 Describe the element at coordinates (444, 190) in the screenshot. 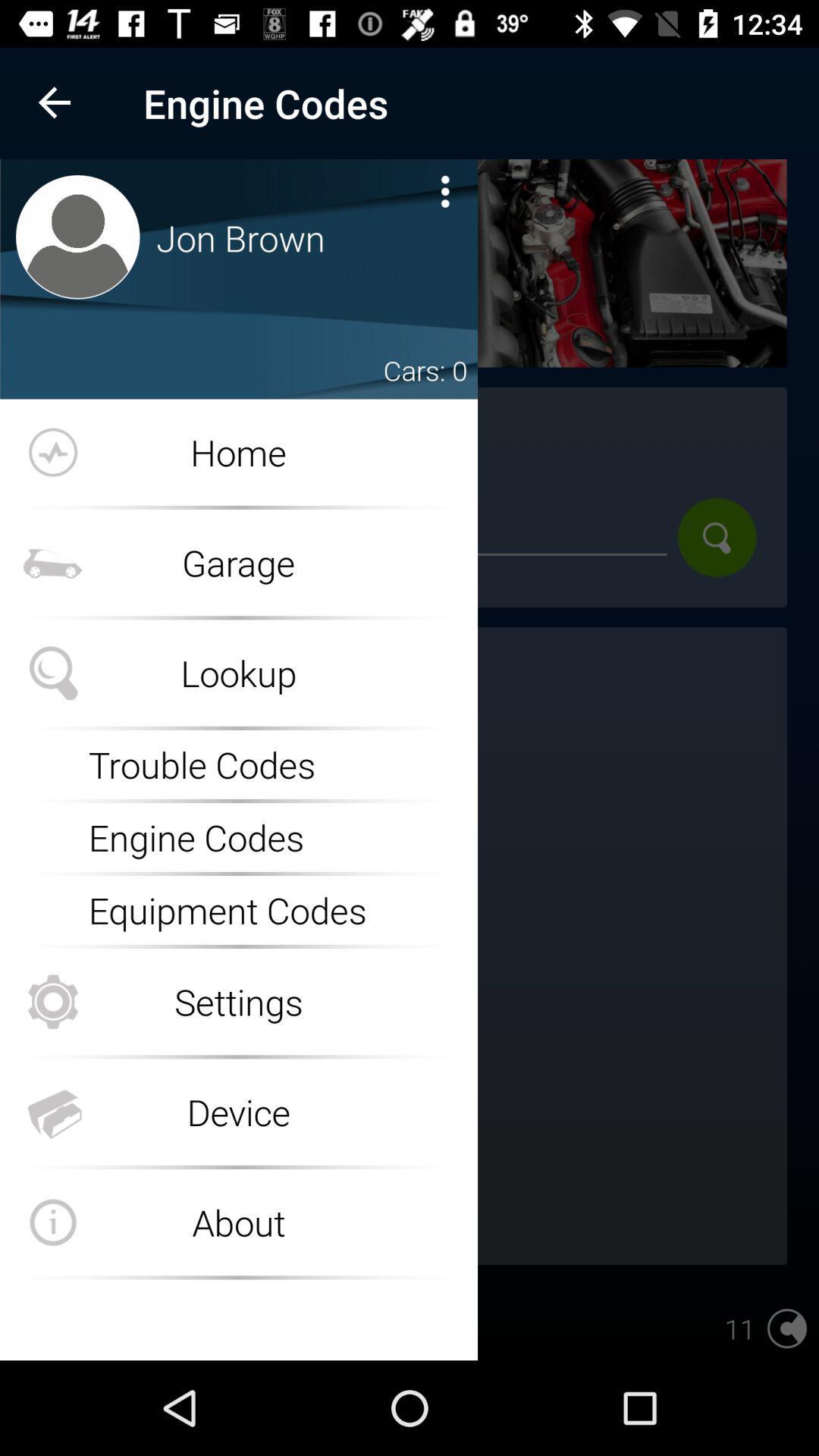

I see `the more icon` at that location.